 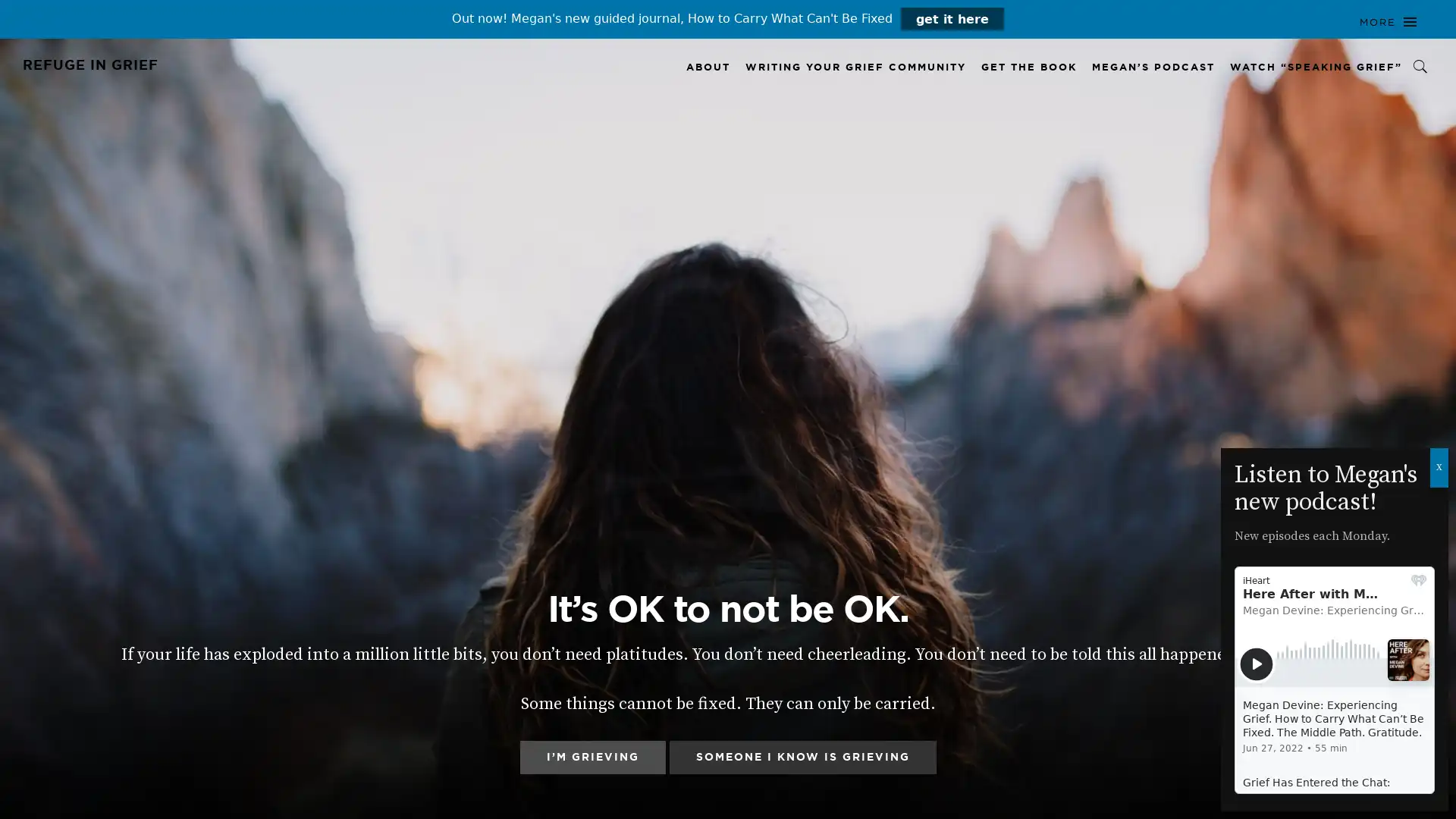 What do you see at coordinates (1420, 66) in the screenshot?
I see `SHOW SEARCH` at bounding box center [1420, 66].